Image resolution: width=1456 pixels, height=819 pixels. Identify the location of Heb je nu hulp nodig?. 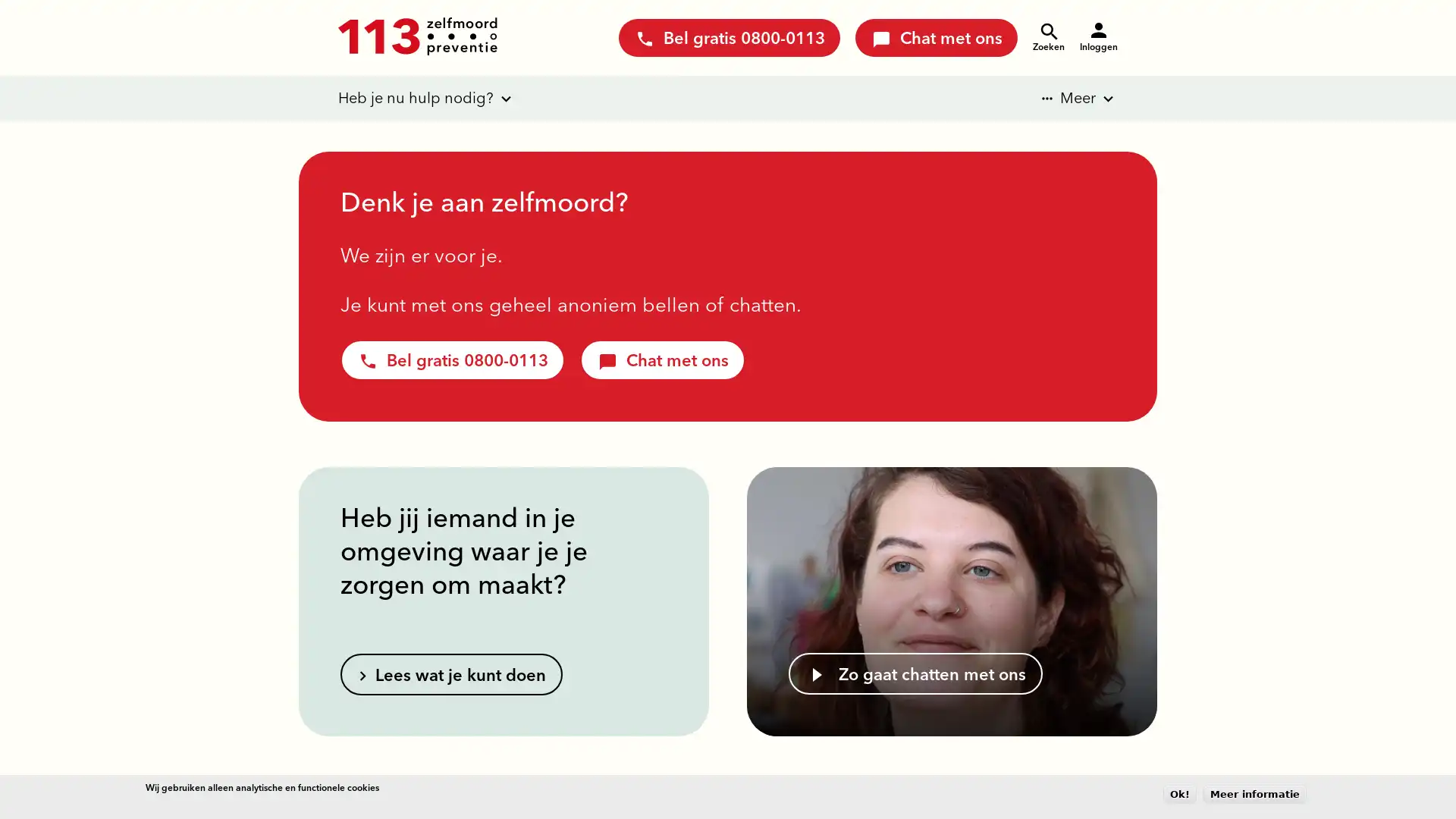
(416, 99).